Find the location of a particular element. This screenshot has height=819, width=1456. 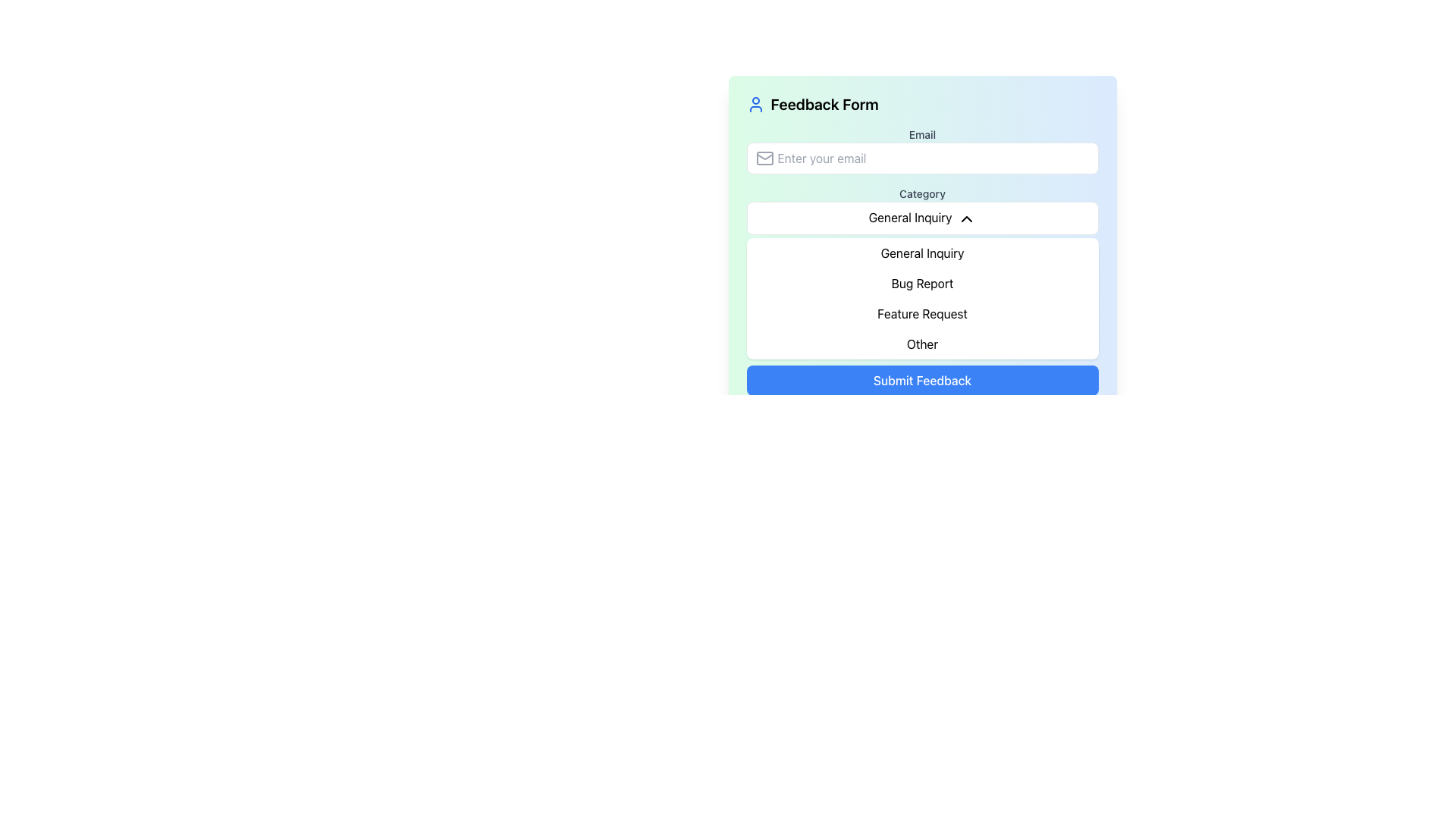

the dropdown menu located under the 'Category' label is located at coordinates (921, 218).